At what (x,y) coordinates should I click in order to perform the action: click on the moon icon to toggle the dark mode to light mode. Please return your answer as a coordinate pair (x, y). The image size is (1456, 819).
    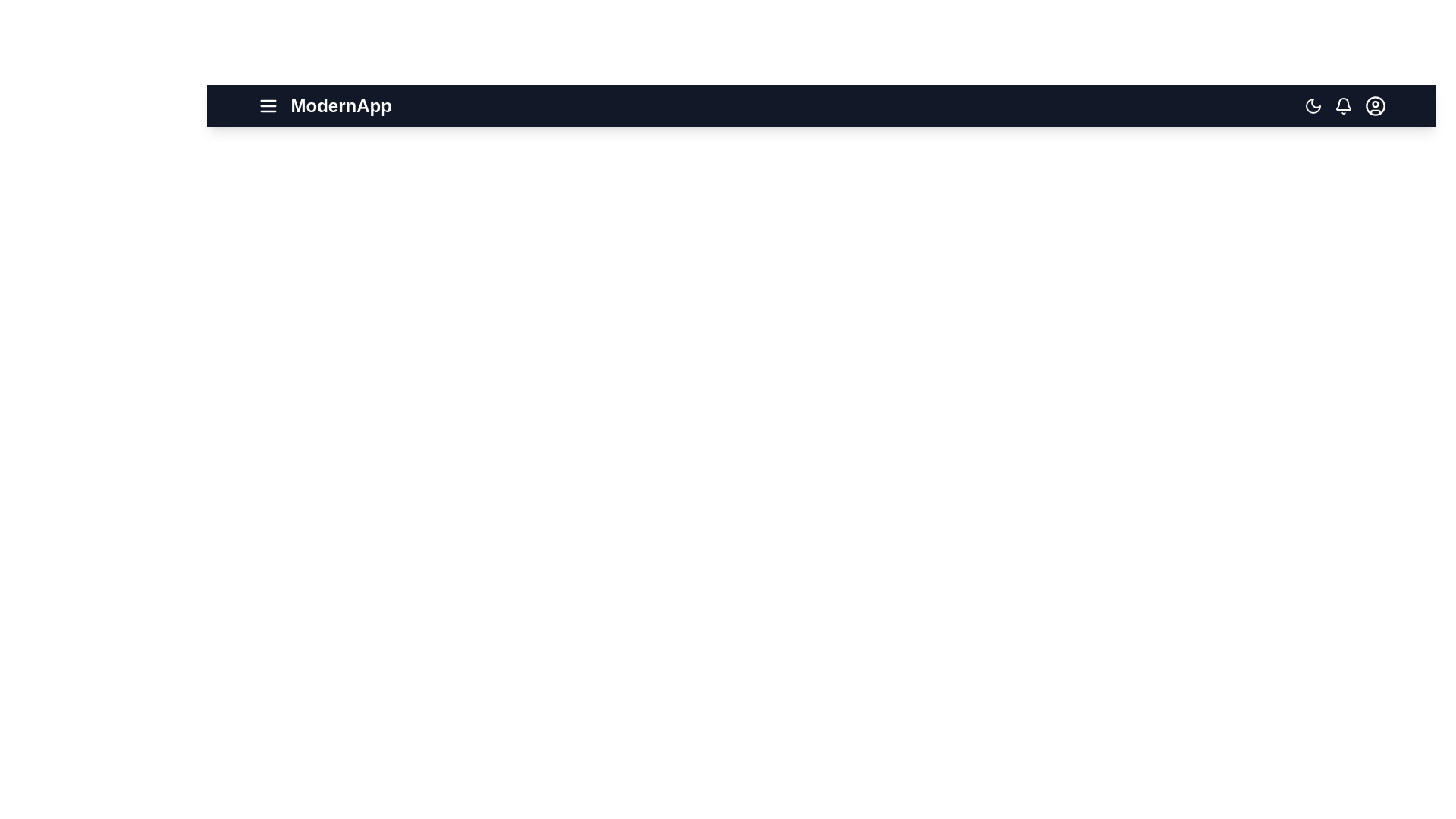
    Looking at the image, I should click on (1312, 105).